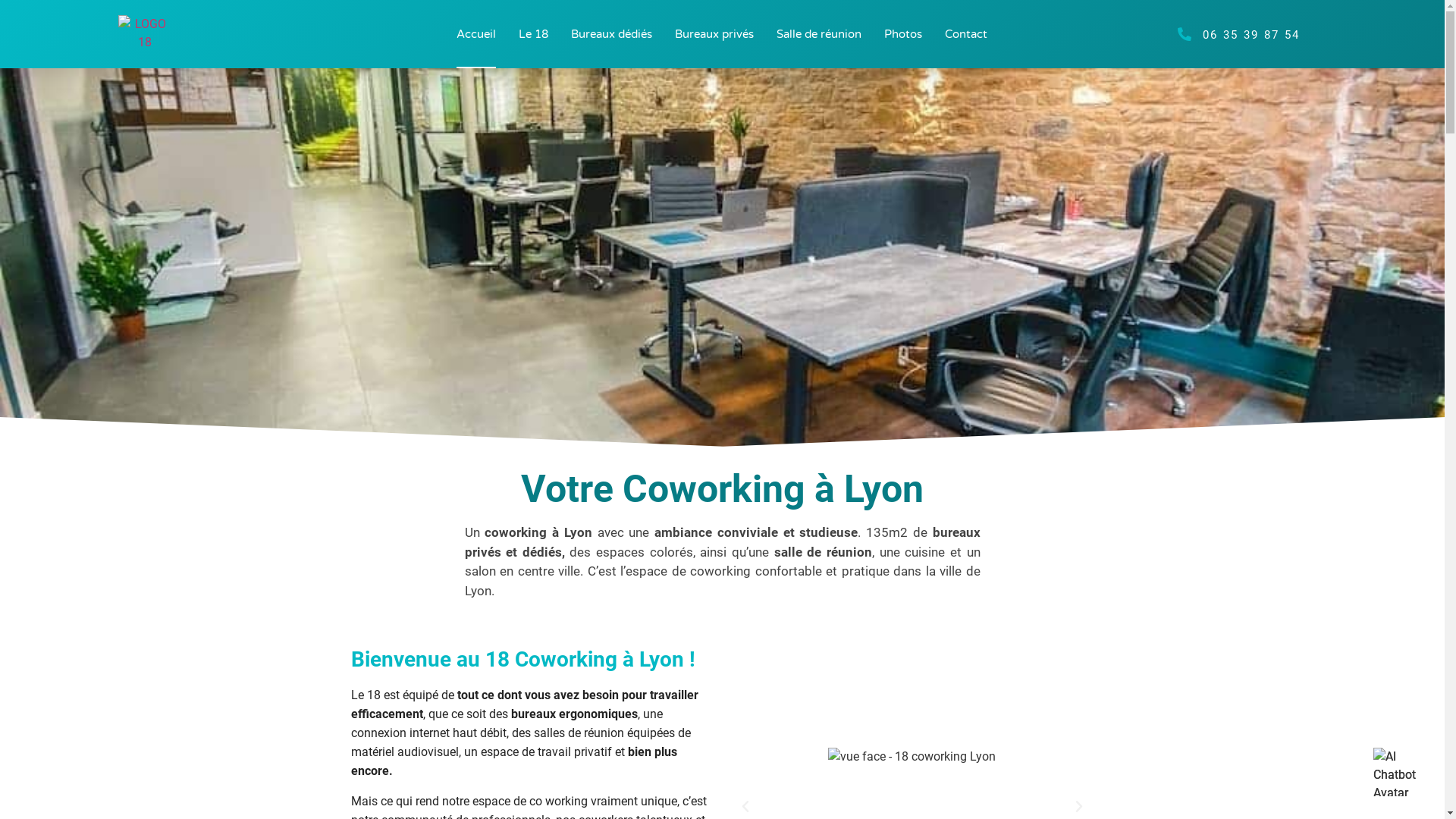  Describe the element at coordinates (902, 34) in the screenshot. I see `'Photos'` at that location.